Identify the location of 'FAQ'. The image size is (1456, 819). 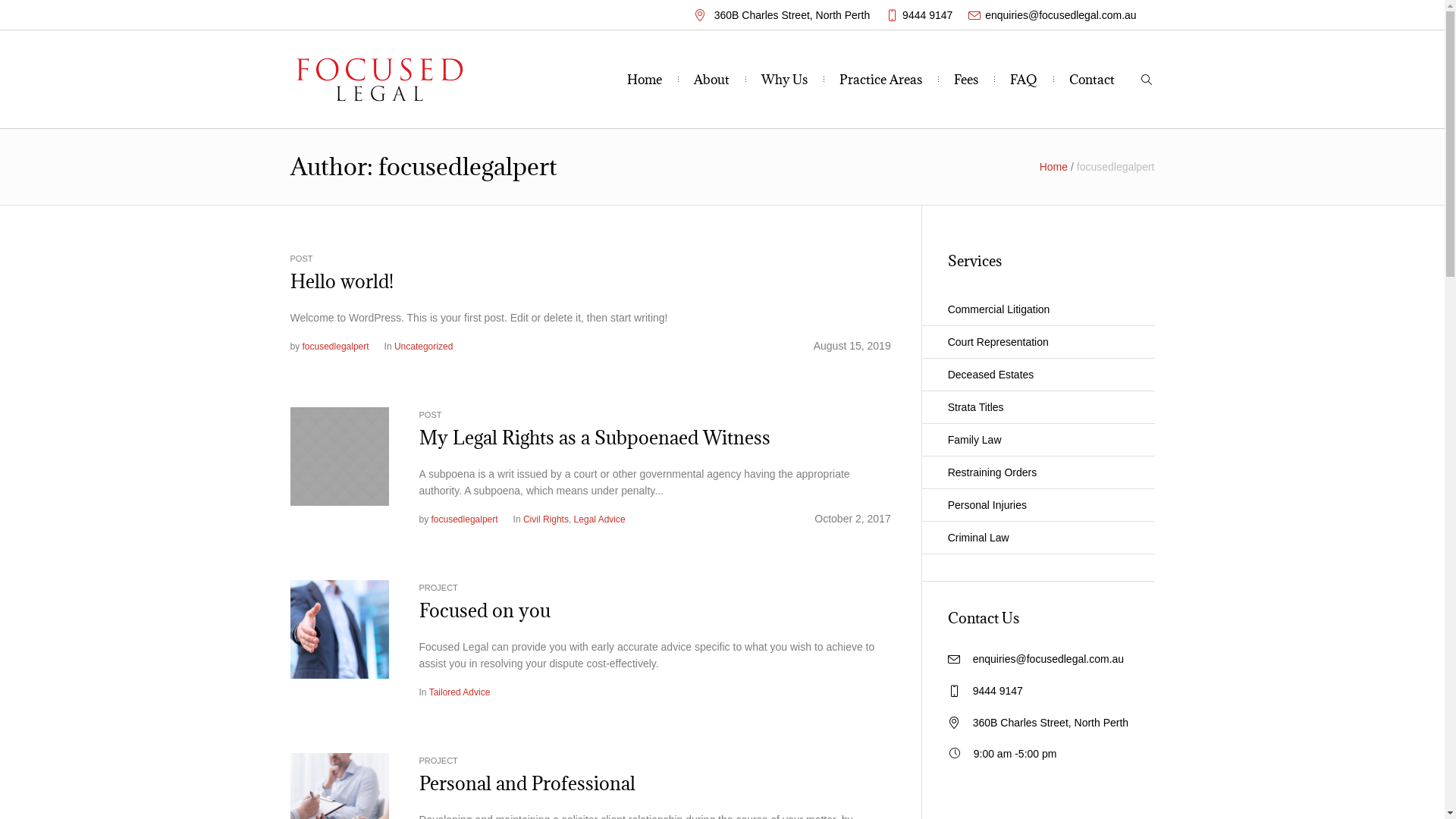
(1023, 79).